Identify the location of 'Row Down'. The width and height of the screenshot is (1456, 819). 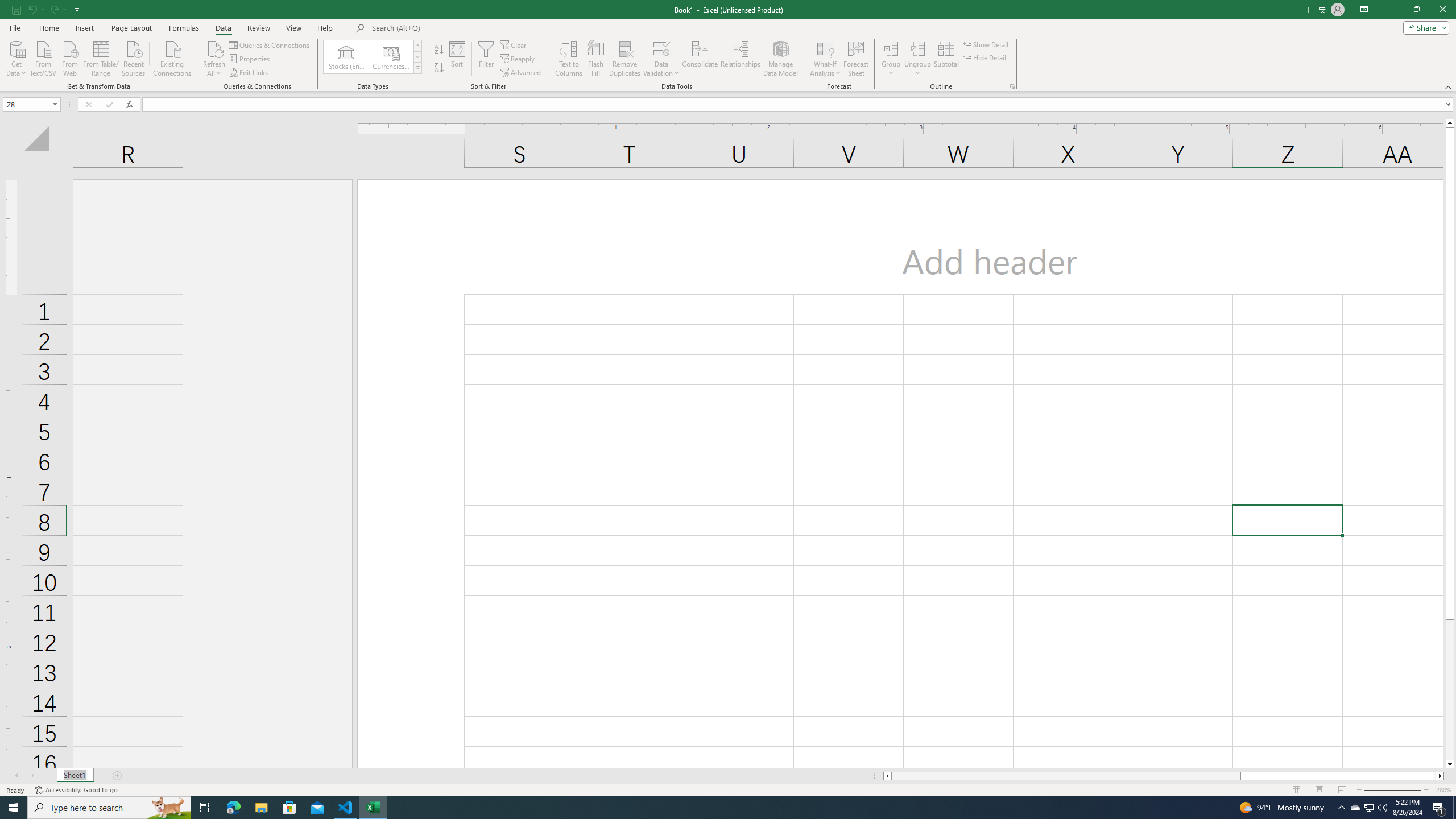
(417, 56).